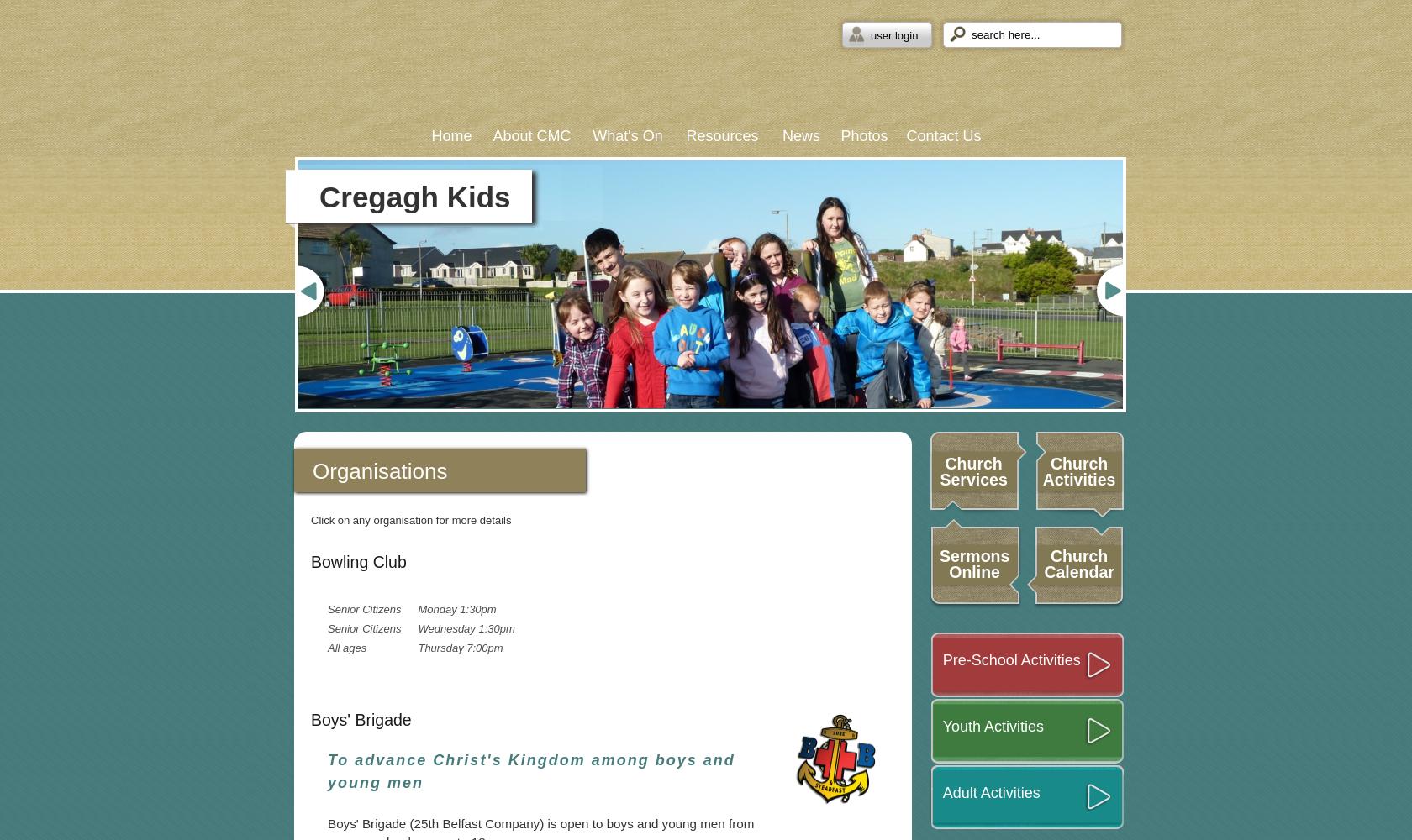  Describe the element at coordinates (893, 35) in the screenshot. I see `'user login'` at that location.